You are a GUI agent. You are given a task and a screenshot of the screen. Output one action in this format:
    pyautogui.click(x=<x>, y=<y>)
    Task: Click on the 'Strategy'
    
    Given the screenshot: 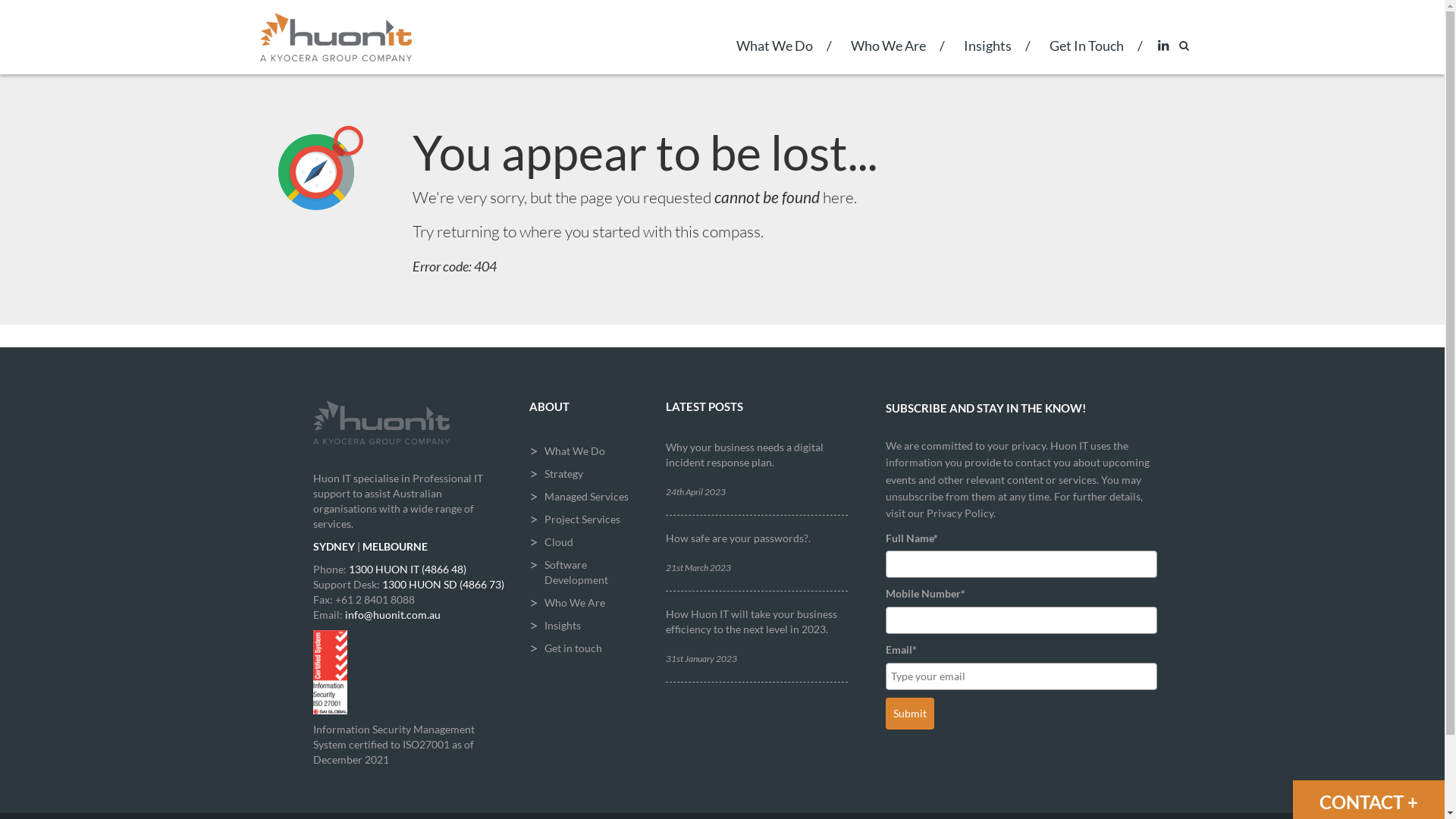 What is the action you would take?
    pyautogui.click(x=585, y=472)
    